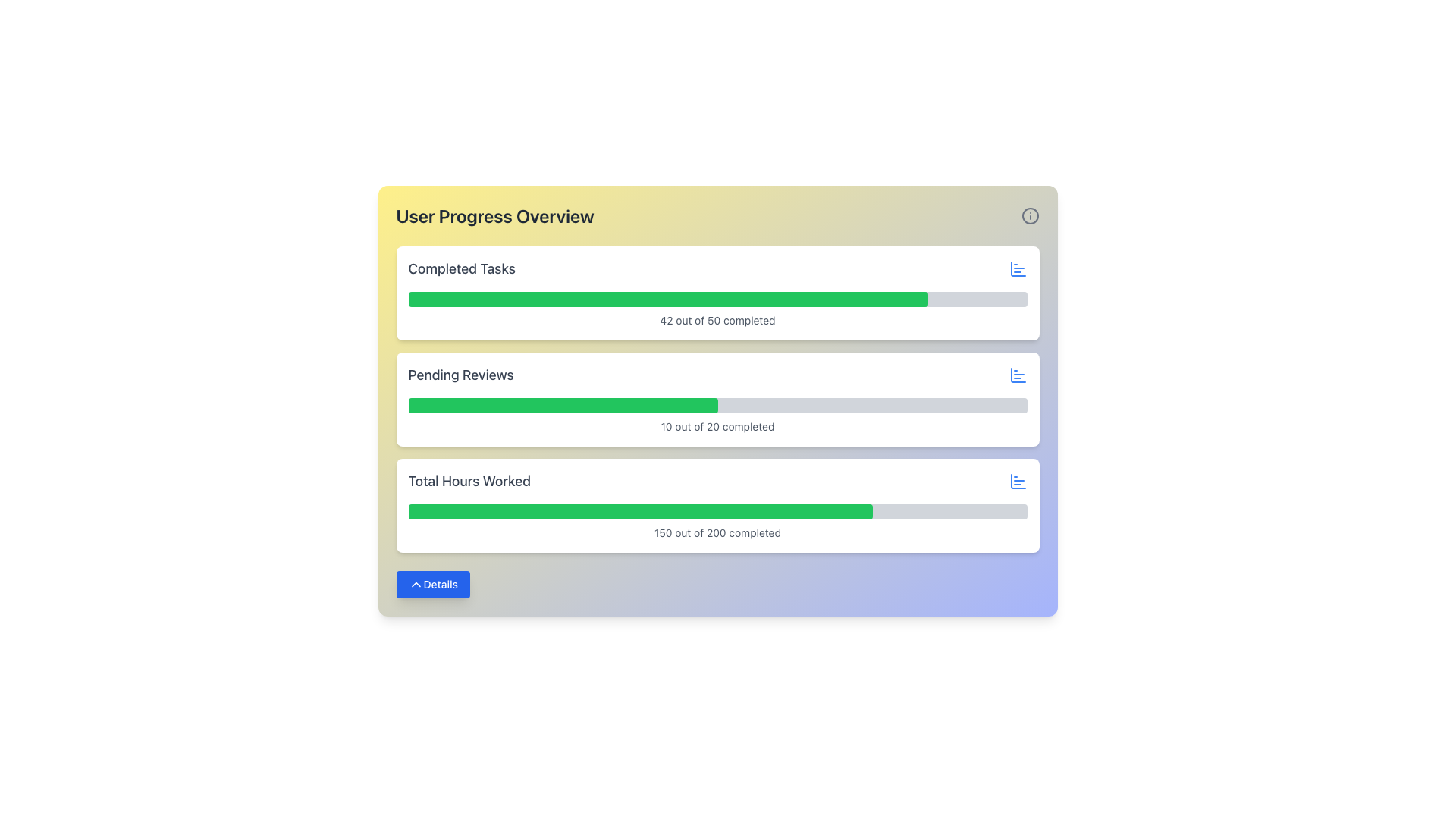 This screenshot has height=819, width=1456. Describe the element at coordinates (640, 512) in the screenshot. I see `the inner section of the third progress bar, which visually indicates that 75% of the task is complete, located below the 'Total Hours Worked' label` at that location.